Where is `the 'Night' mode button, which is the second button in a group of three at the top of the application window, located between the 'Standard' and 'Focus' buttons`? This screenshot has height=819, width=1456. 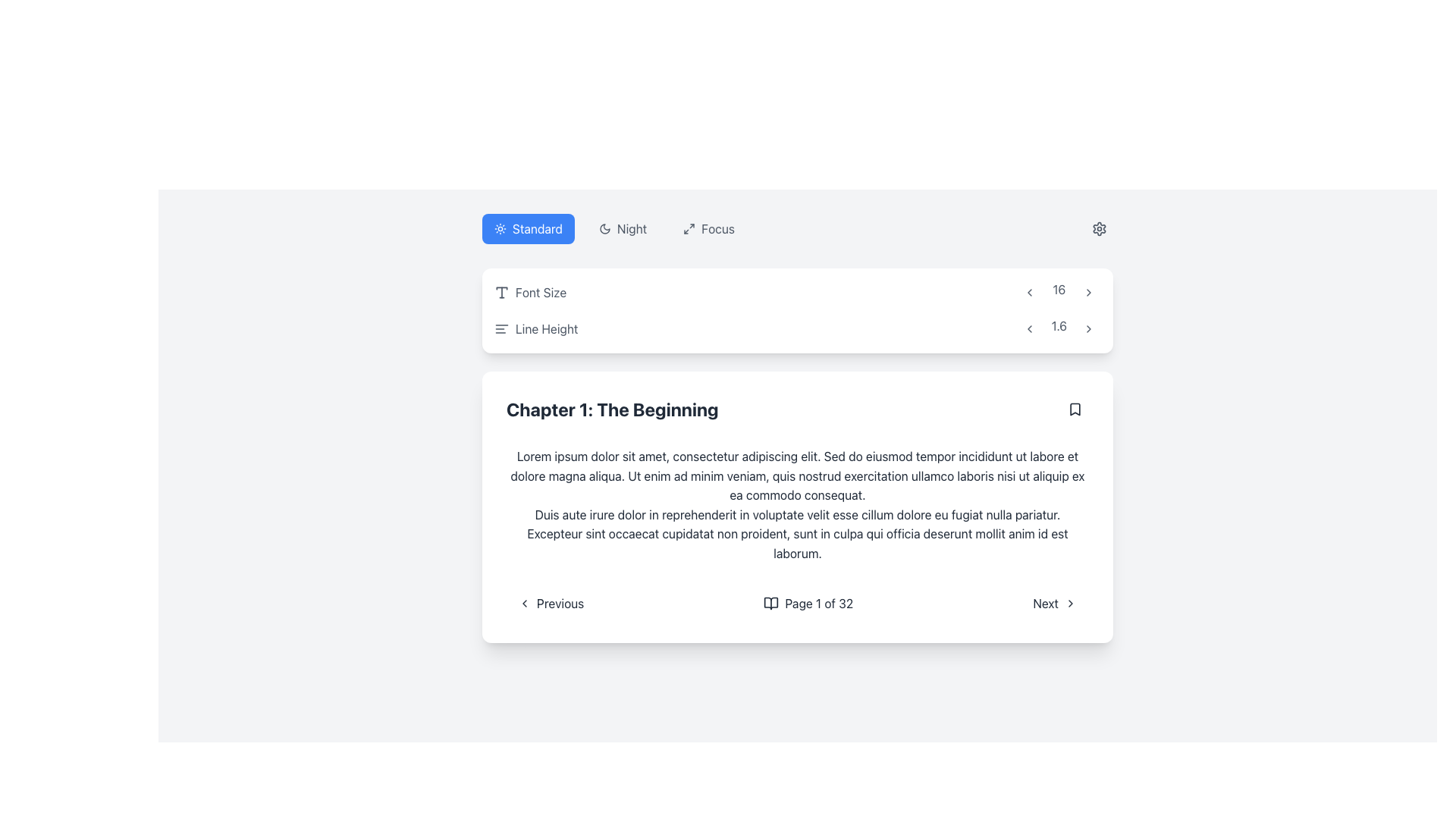 the 'Night' mode button, which is the second button in a group of three at the top of the application window, located between the 'Standard' and 'Focus' buttons is located at coordinates (614, 228).